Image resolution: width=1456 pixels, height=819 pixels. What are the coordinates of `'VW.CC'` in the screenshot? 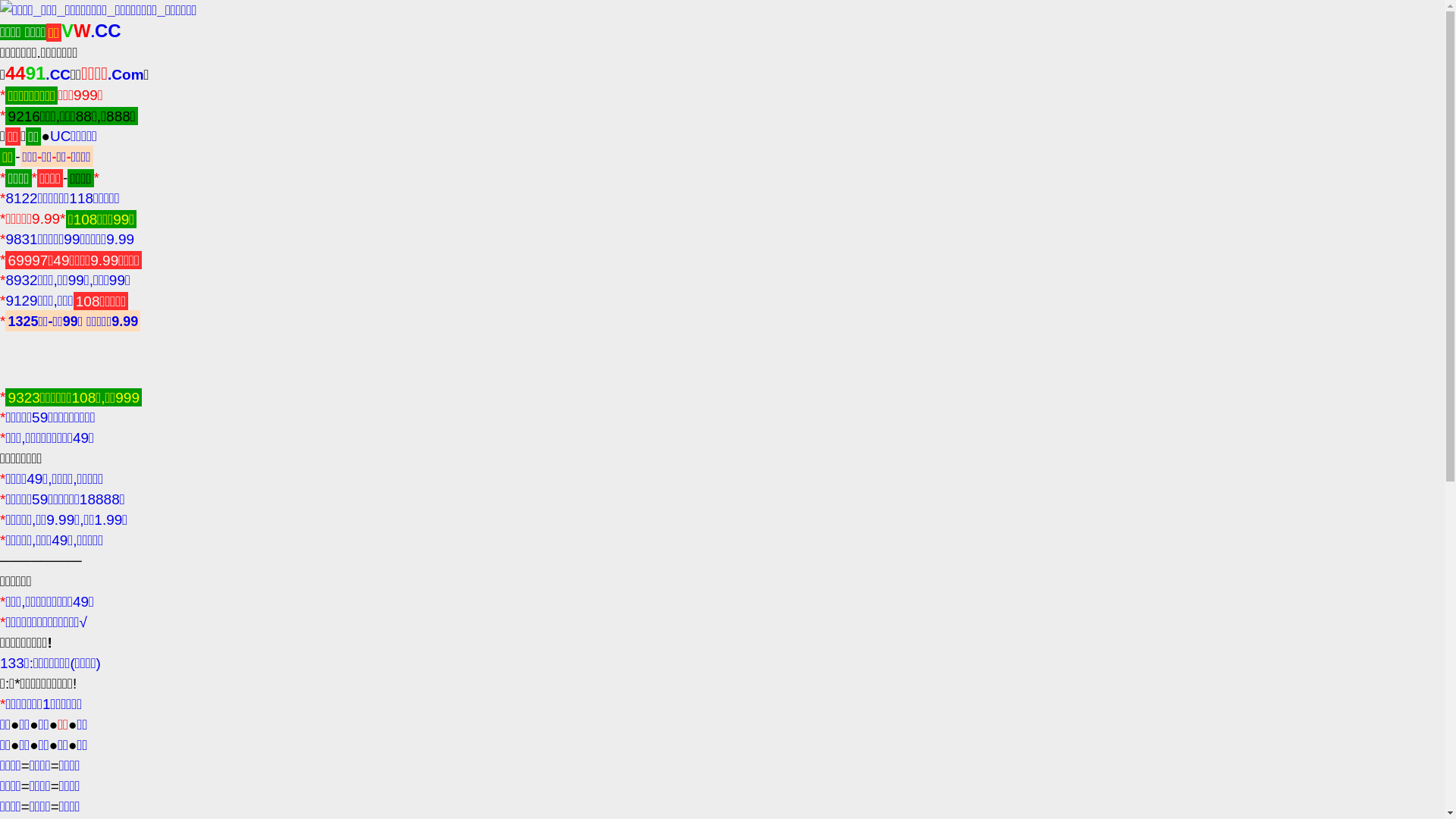 It's located at (90, 32).